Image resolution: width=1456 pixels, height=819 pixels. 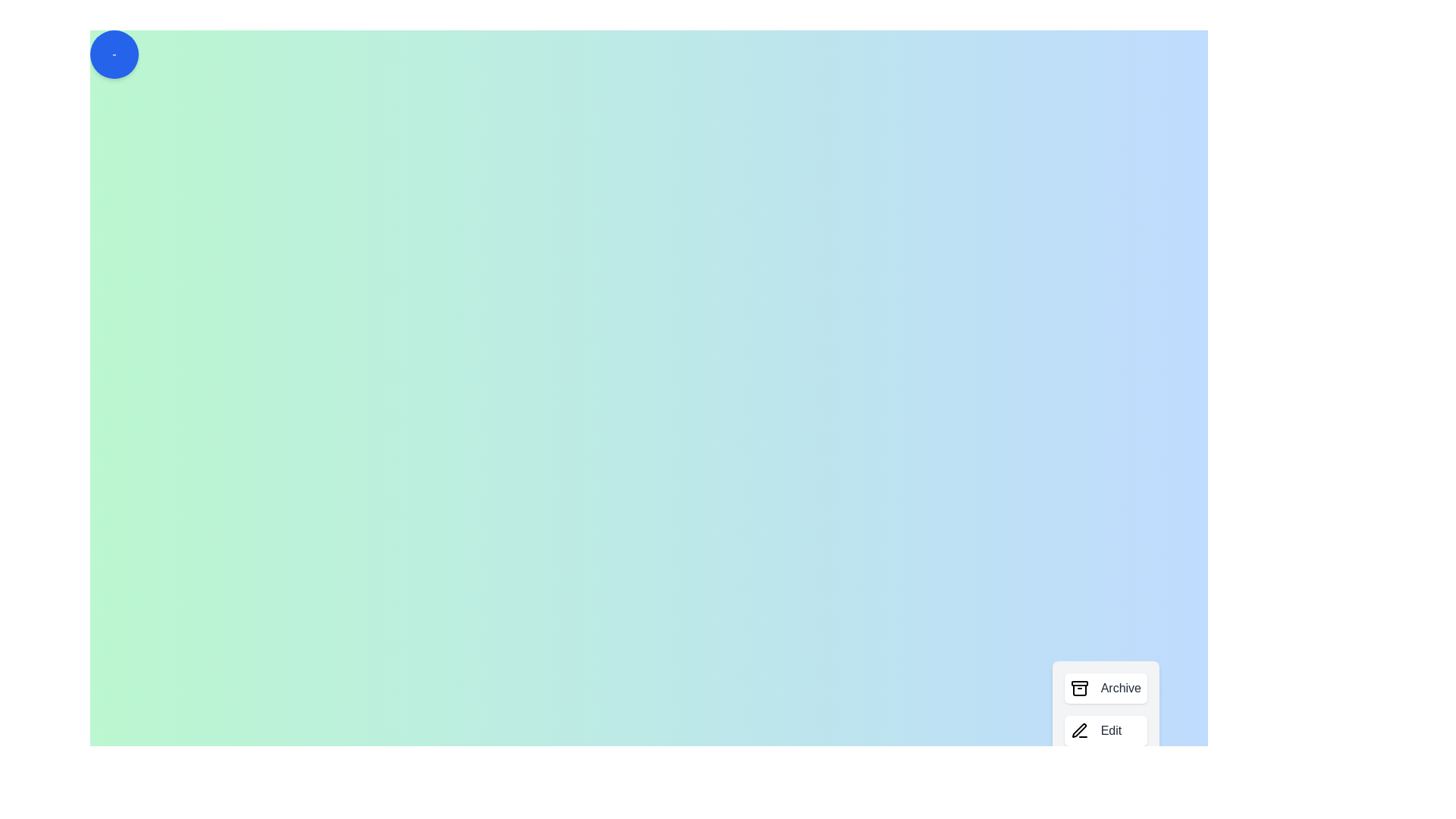 I want to click on the 'Archive' text label which is styled with a medium-weight gray font and is part of a button-like group, located near the bottom-right corner of the interface, so click(x=1121, y=688).